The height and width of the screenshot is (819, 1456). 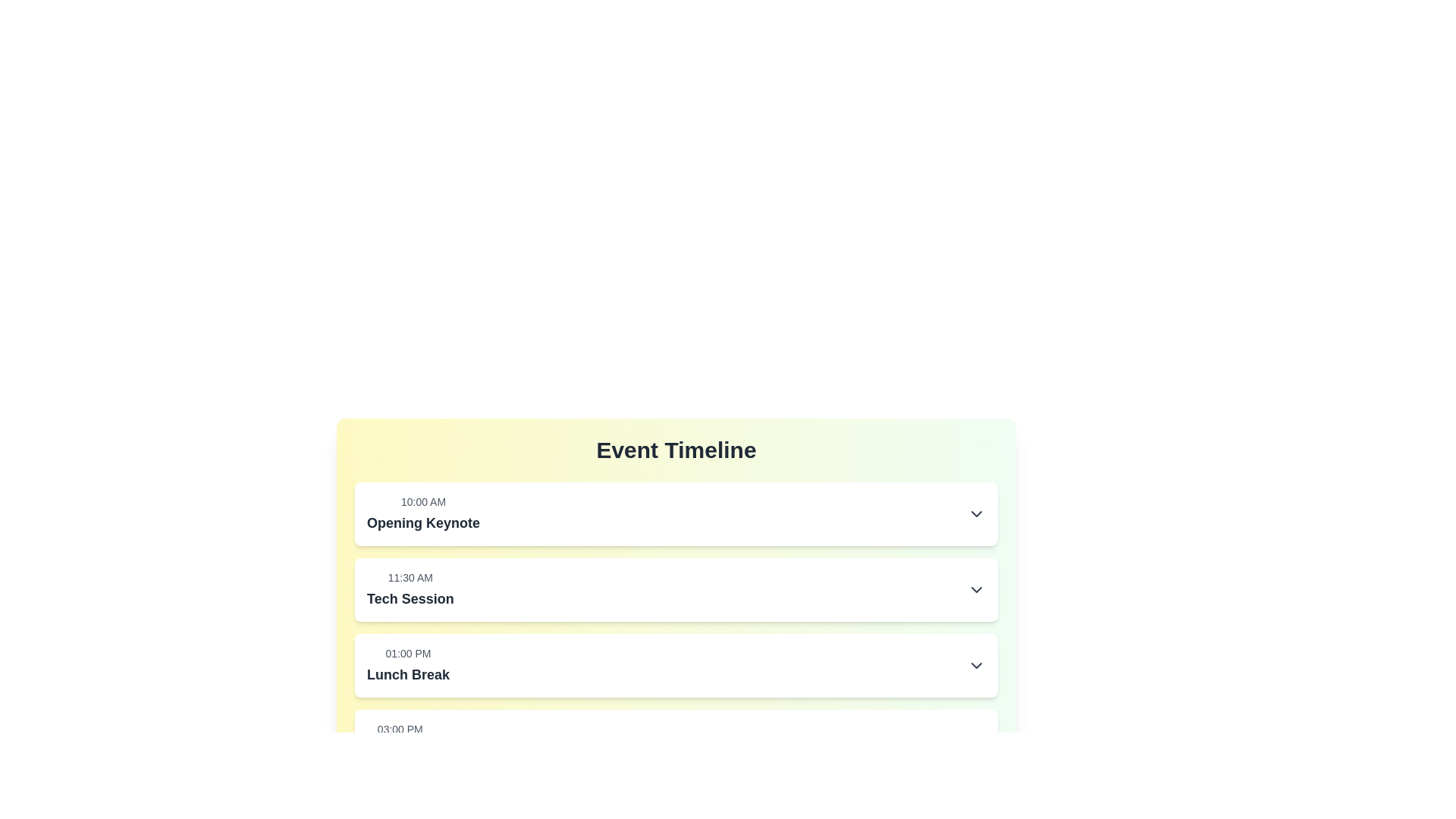 I want to click on text content of the Label displaying 'Opening Keynote' located in the top-left corner of the event timeline, which is highlighted in yellow, so click(x=423, y=513).